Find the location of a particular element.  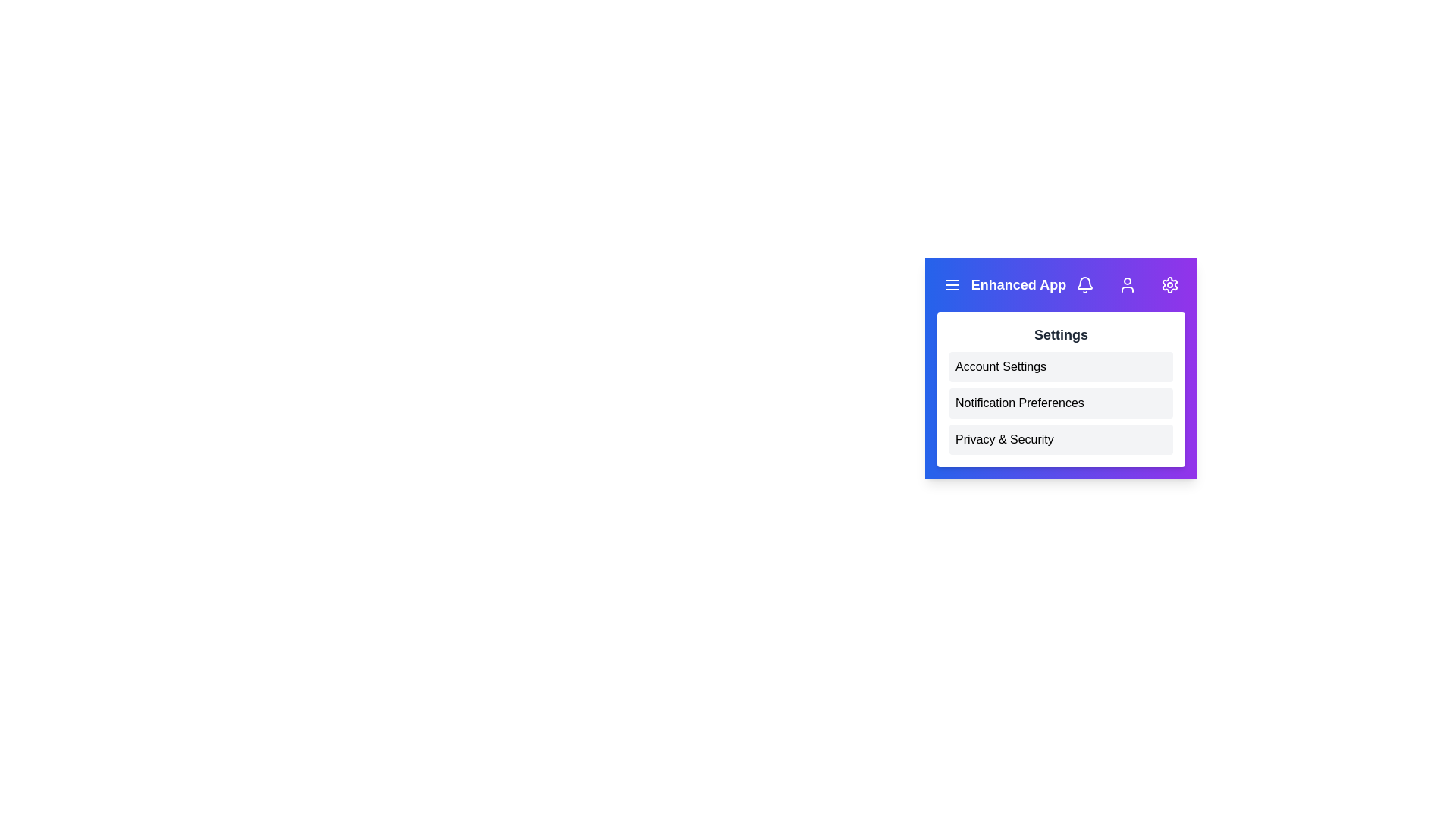

the notifications icon in the EnhancedAppBar is located at coordinates (1084, 284).